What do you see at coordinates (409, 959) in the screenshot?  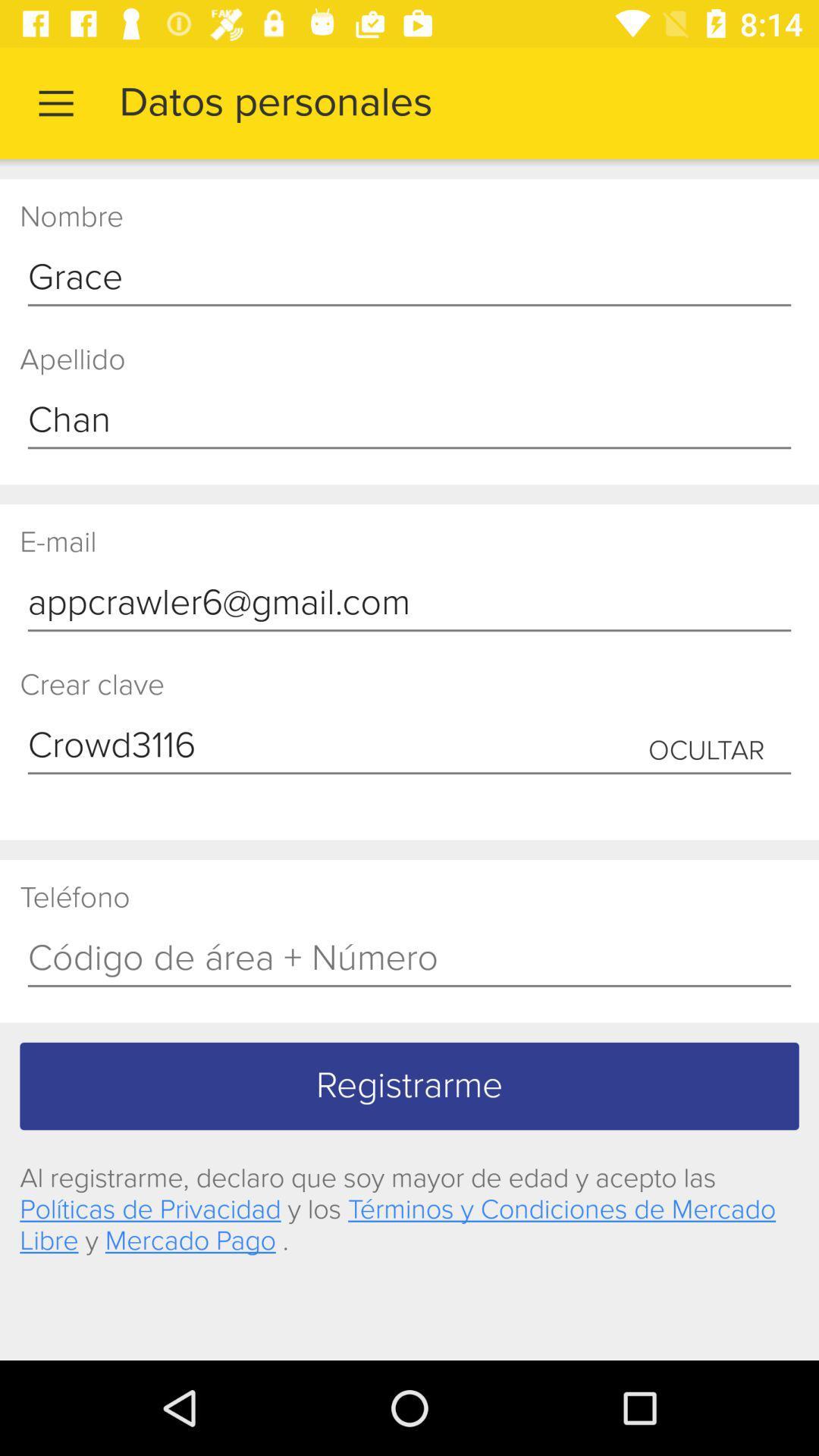 I see `your telephone number` at bounding box center [409, 959].